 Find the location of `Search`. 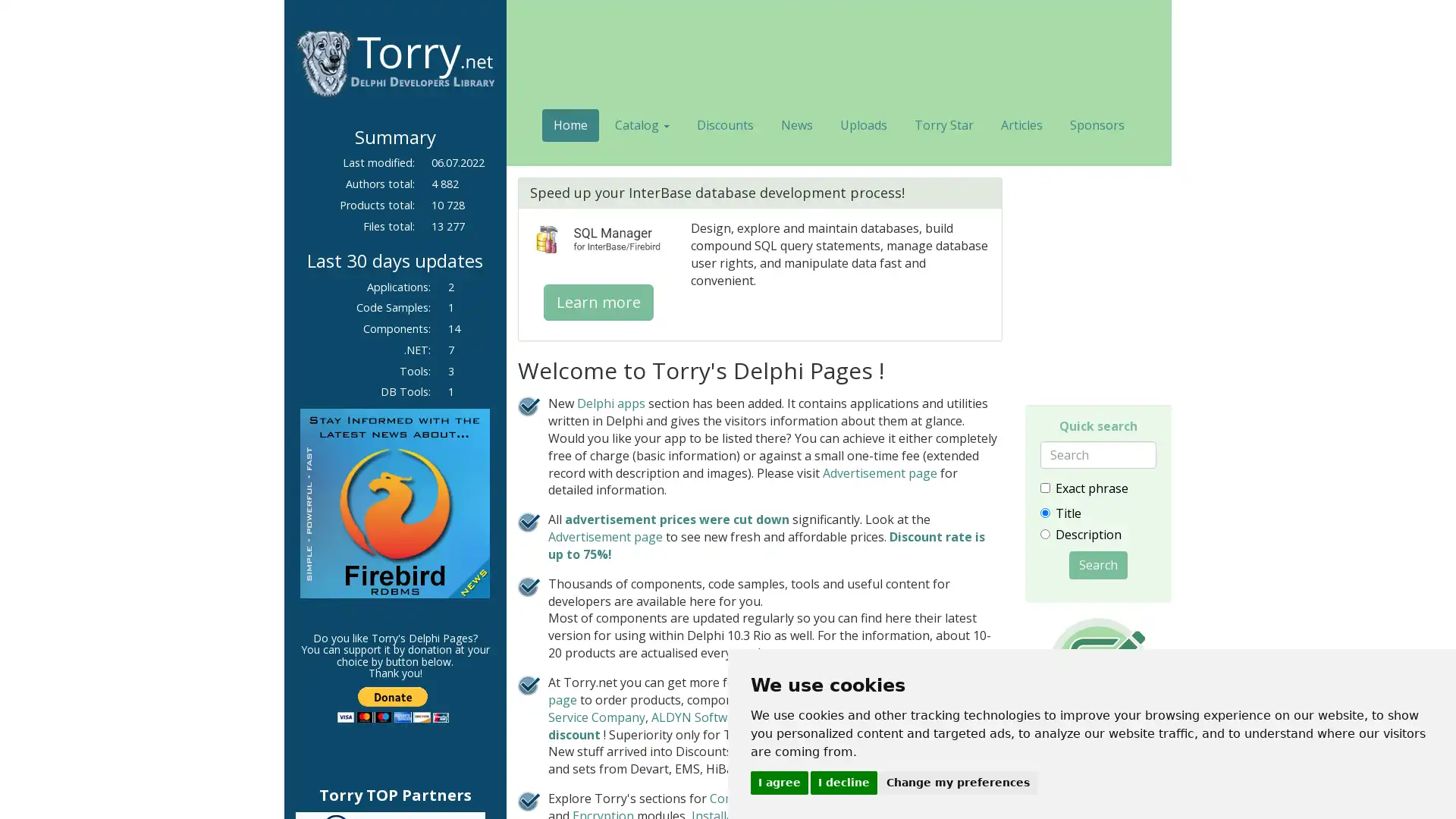

Search is located at coordinates (1097, 564).